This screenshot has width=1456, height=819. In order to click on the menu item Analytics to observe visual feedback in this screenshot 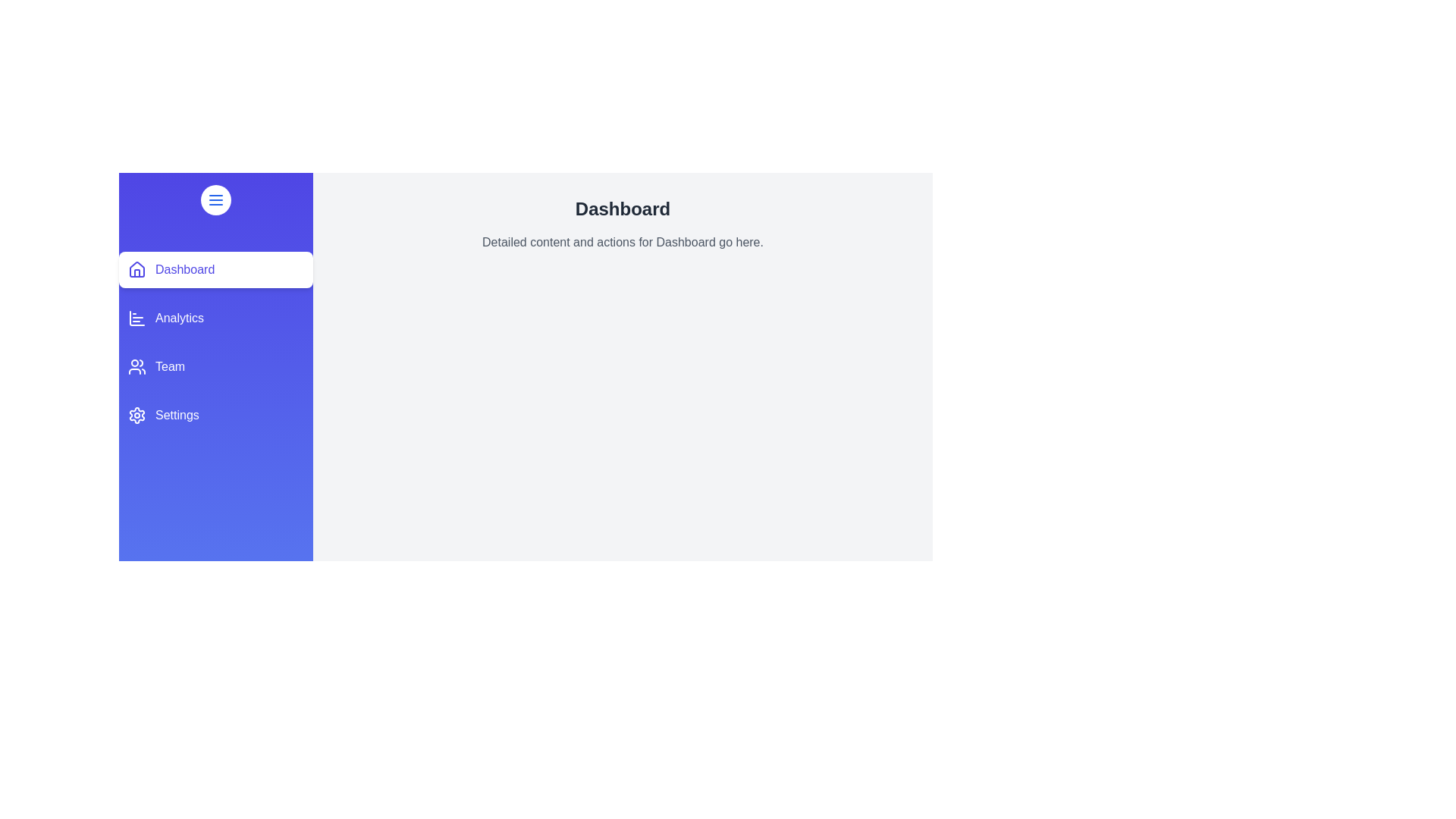, I will do `click(215, 318)`.